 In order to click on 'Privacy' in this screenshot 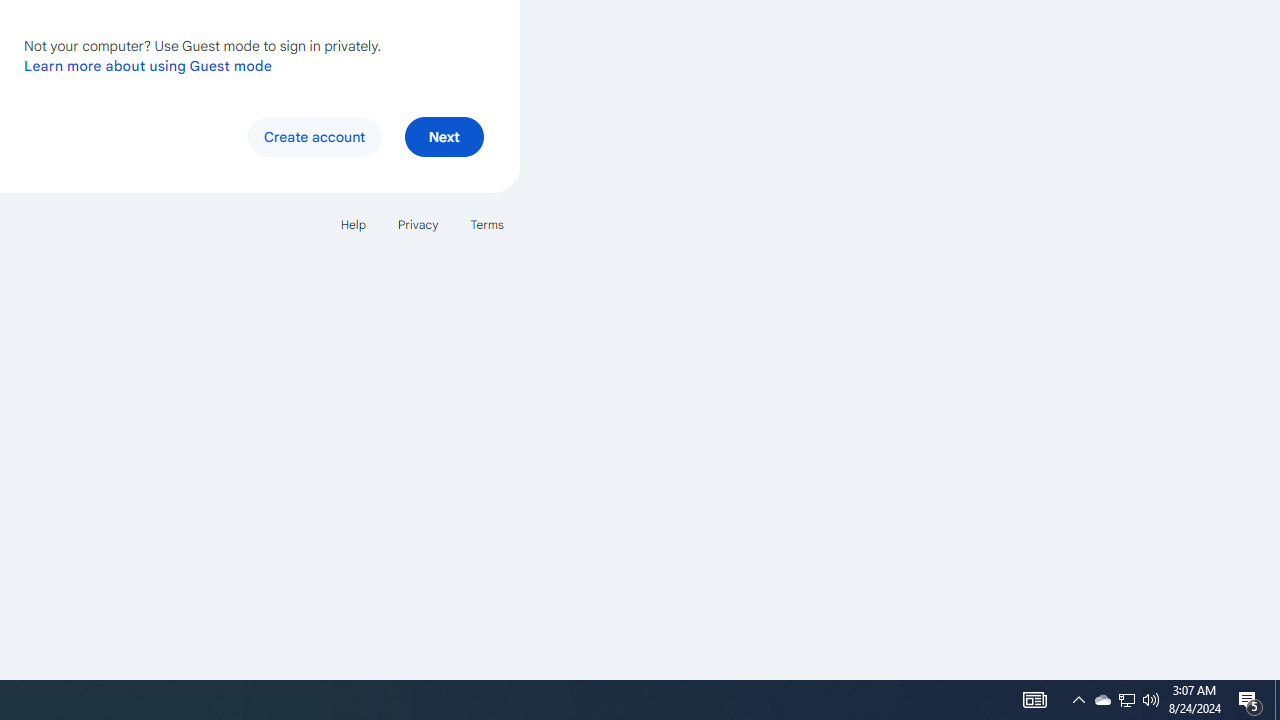, I will do `click(416, 224)`.